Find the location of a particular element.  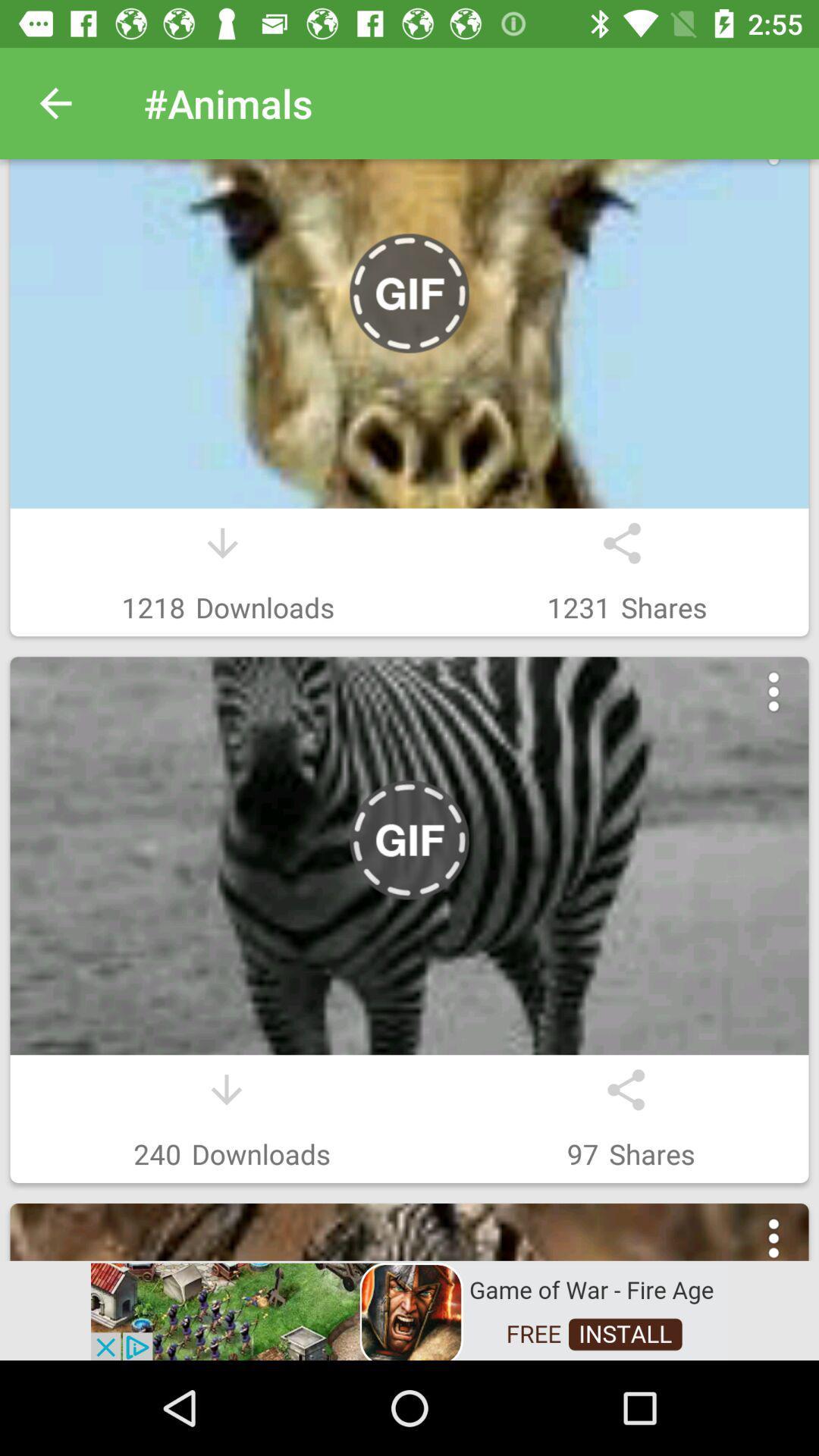

the share button below the second gif is located at coordinates (626, 1089).